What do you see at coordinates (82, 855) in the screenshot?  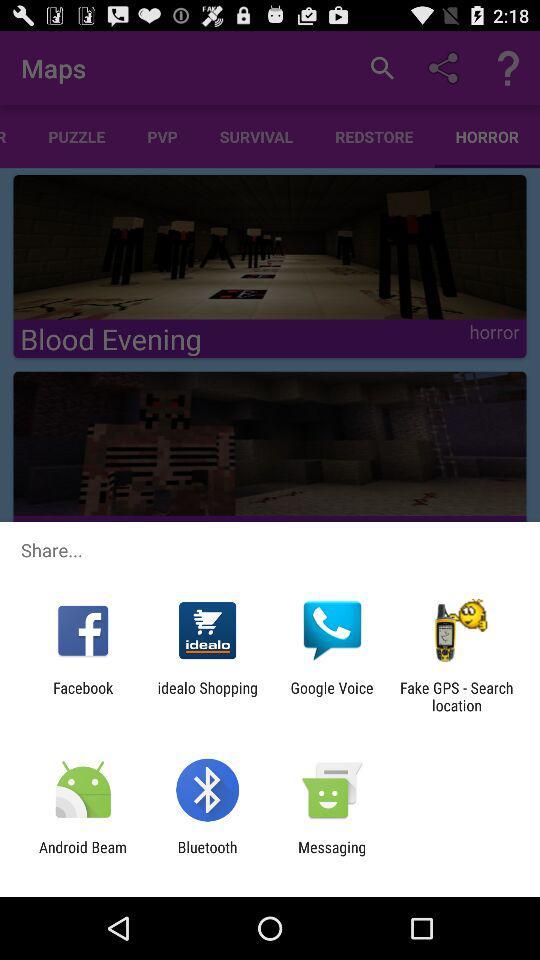 I see `icon next to the bluetooth item` at bounding box center [82, 855].